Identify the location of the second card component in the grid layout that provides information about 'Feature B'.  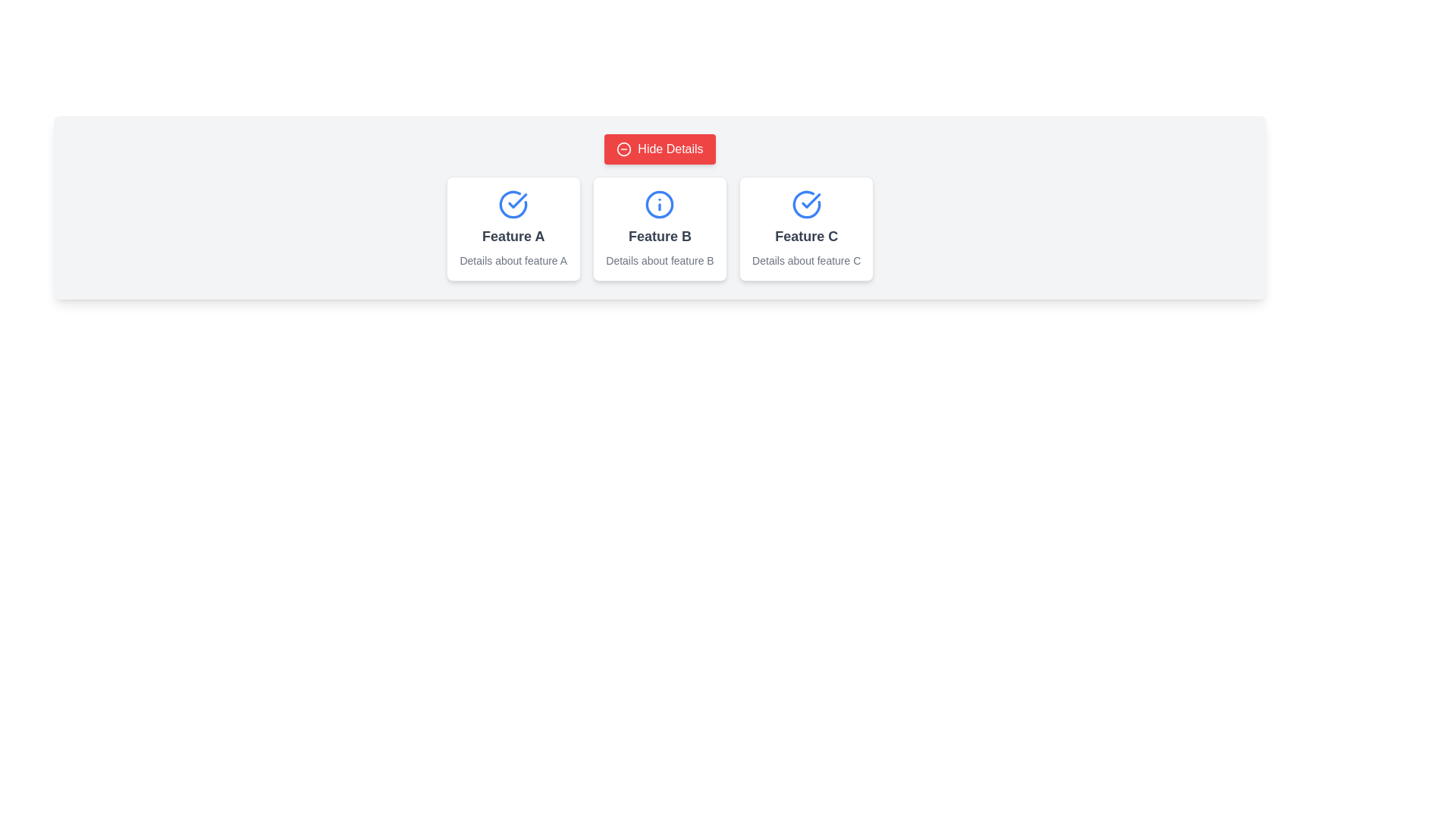
(660, 228).